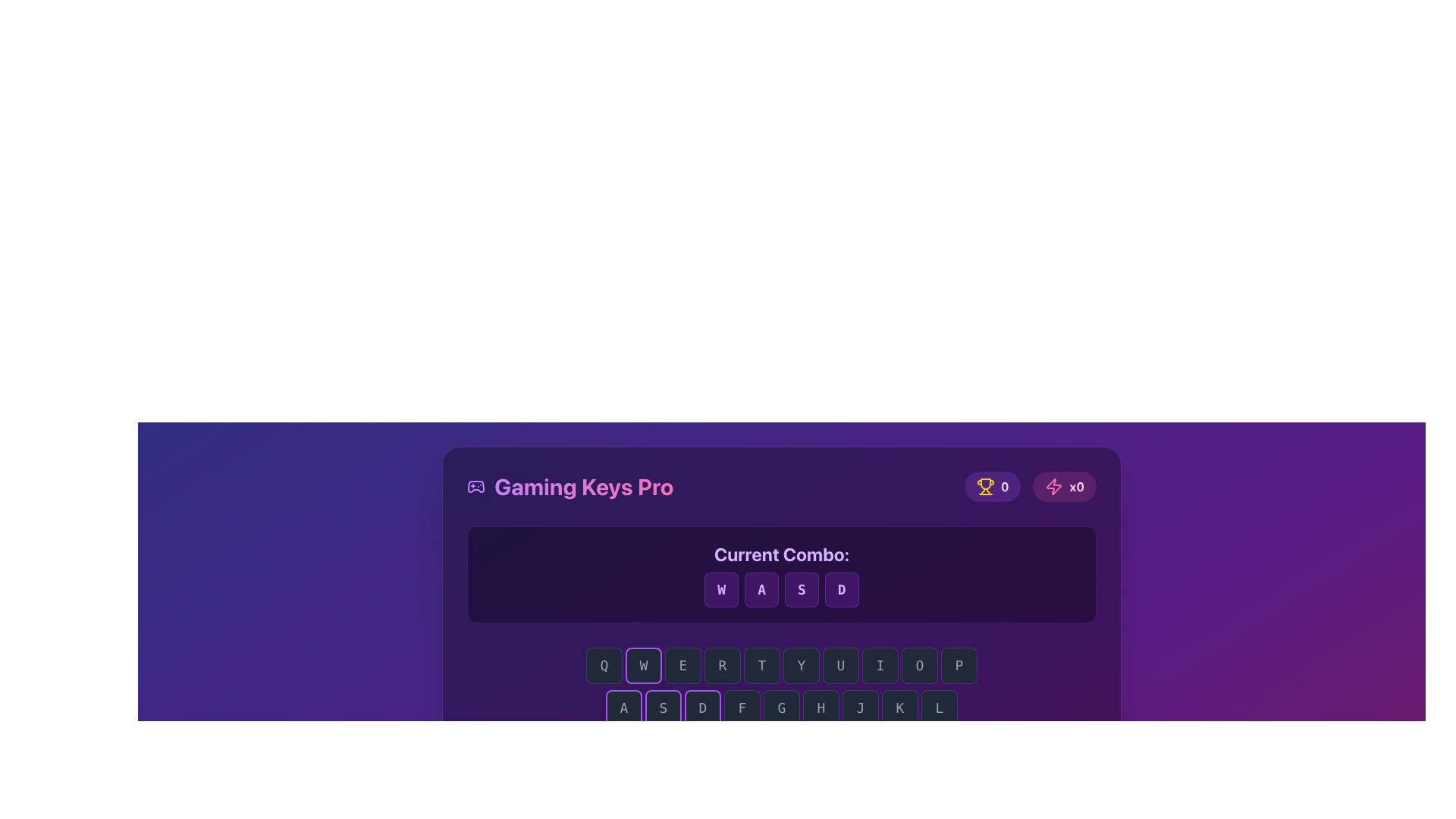 The height and width of the screenshot is (819, 1456). Describe the element at coordinates (841, 589) in the screenshot. I see `the button displaying the letter 'D' in a monospace font, which is the fourth button in a row of four buttons with a purple background, located at the bottom-right of the row` at that location.